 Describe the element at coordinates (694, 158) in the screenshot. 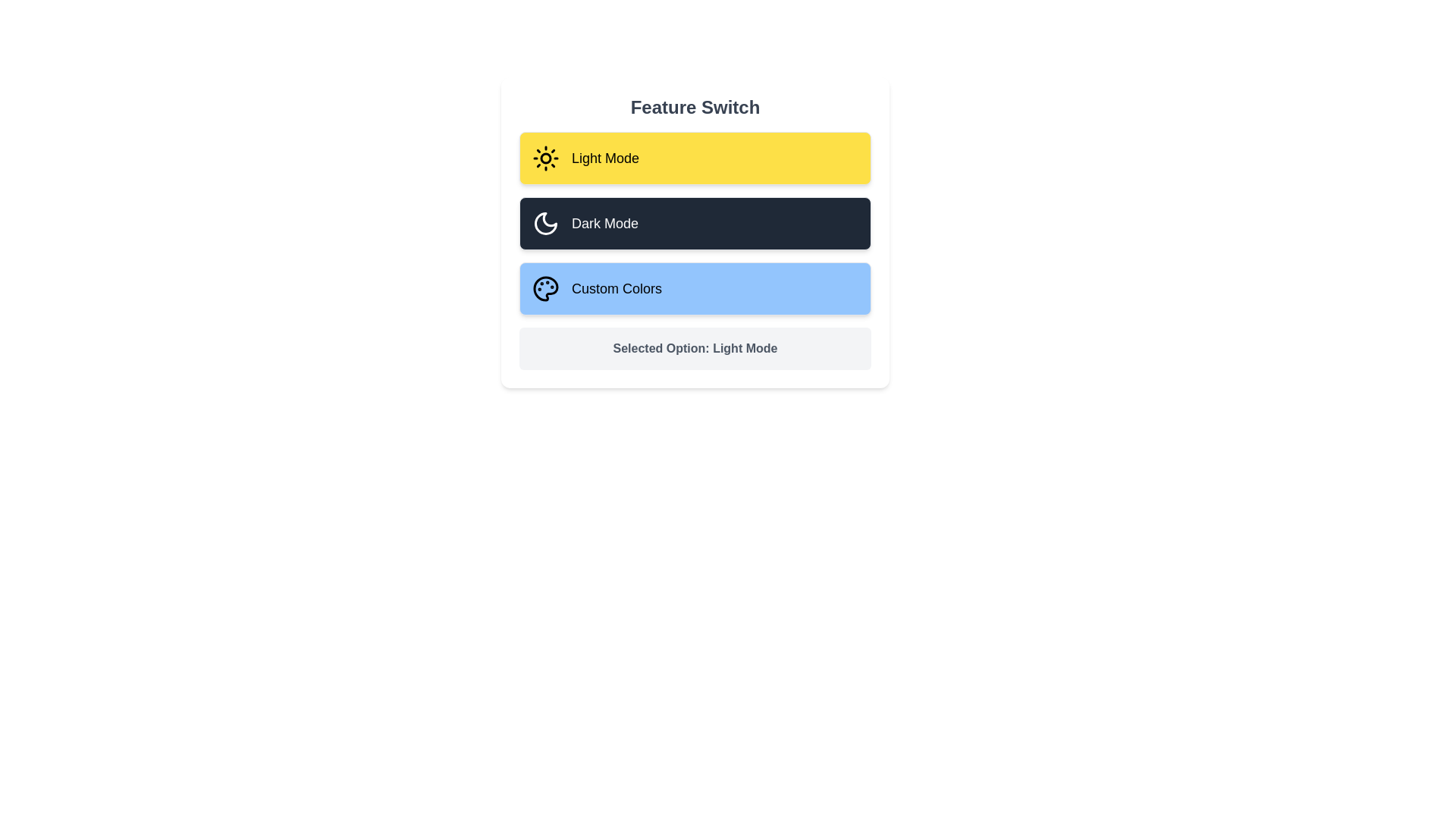

I see `the button corresponding to Light Mode` at that location.